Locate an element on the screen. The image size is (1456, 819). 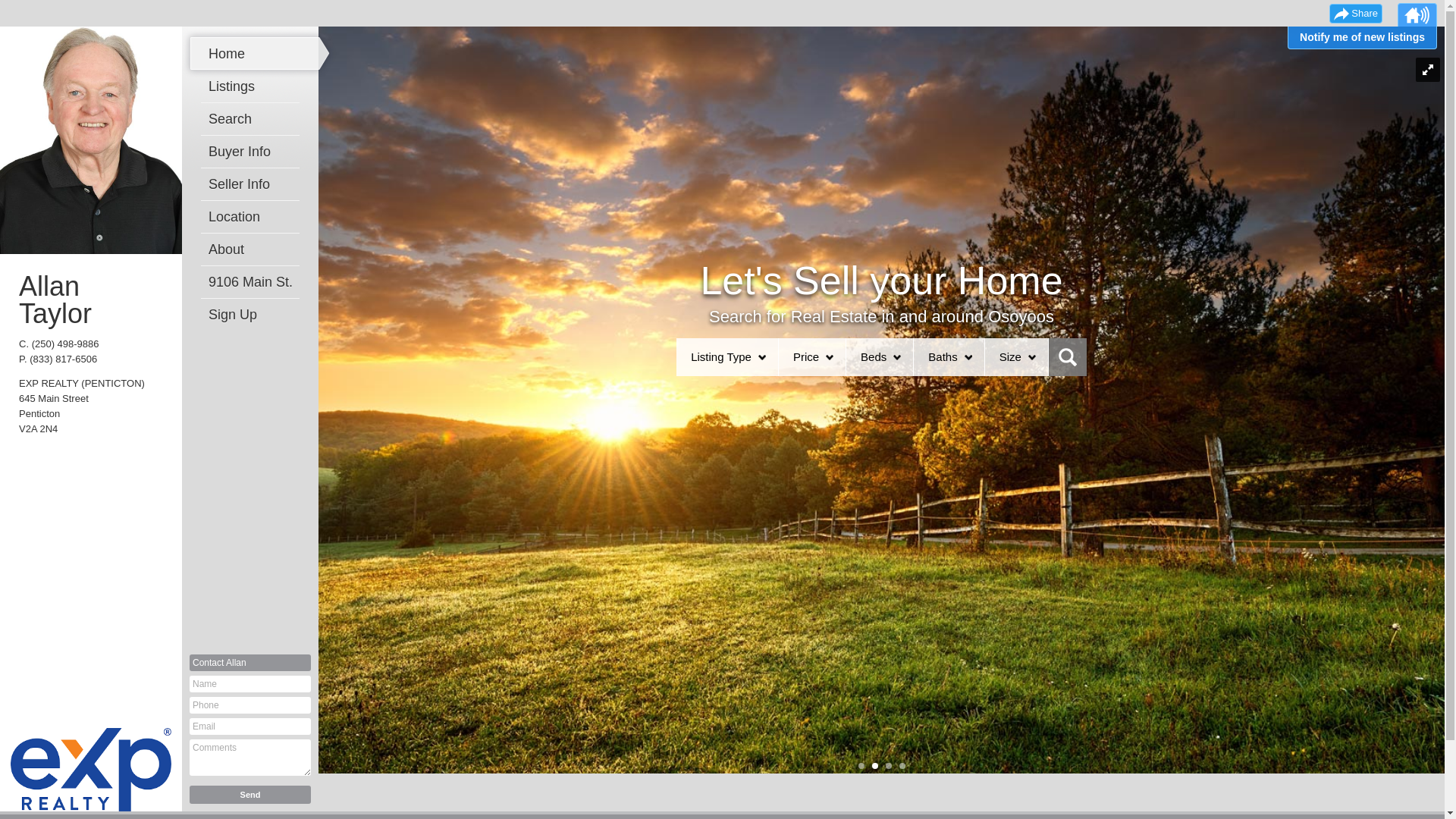
'Home' is located at coordinates (254, 52).